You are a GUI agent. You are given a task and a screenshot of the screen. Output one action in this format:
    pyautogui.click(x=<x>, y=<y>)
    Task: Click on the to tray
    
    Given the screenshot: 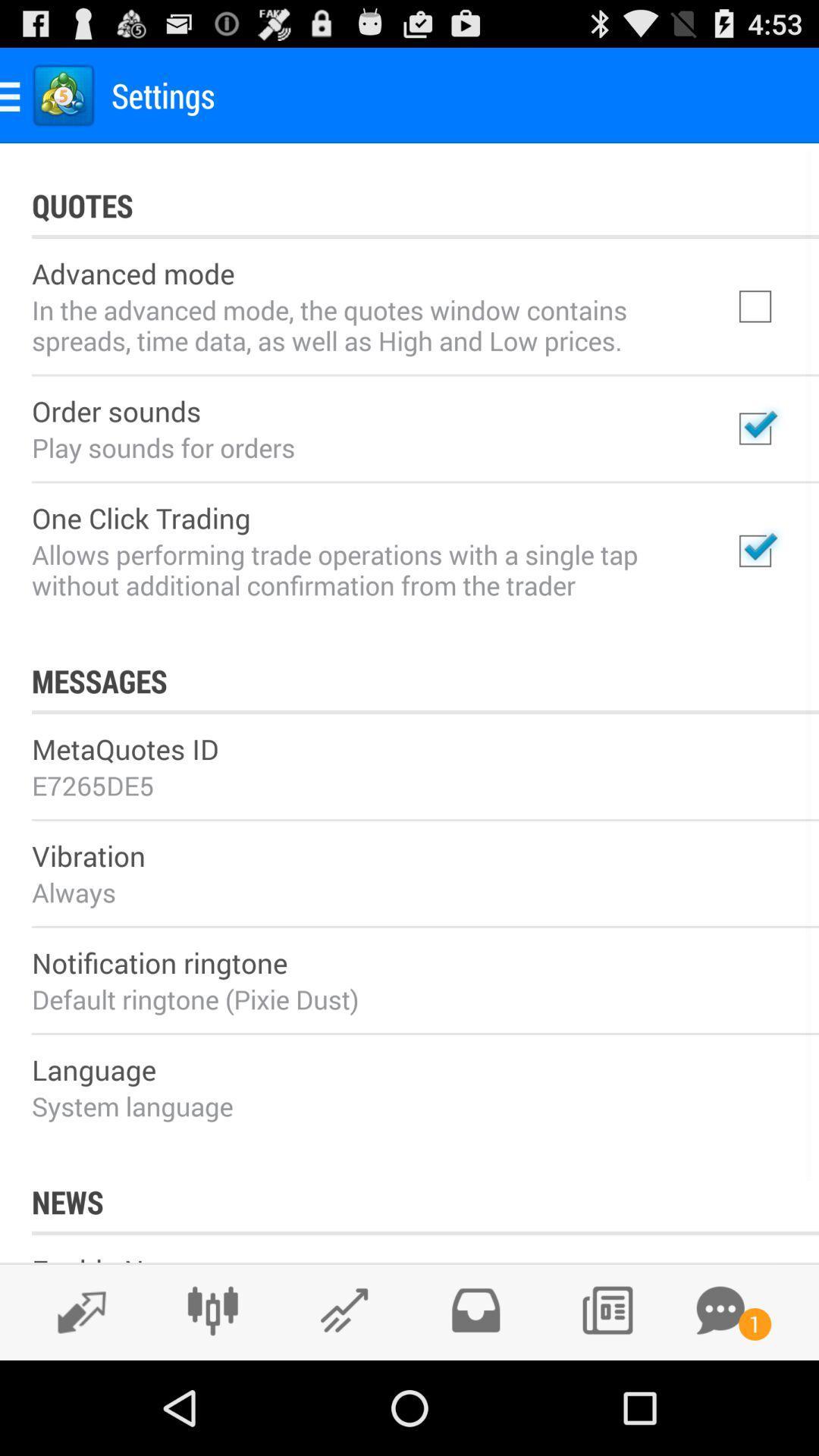 What is the action you would take?
    pyautogui.click(x=475, y=1310)
    